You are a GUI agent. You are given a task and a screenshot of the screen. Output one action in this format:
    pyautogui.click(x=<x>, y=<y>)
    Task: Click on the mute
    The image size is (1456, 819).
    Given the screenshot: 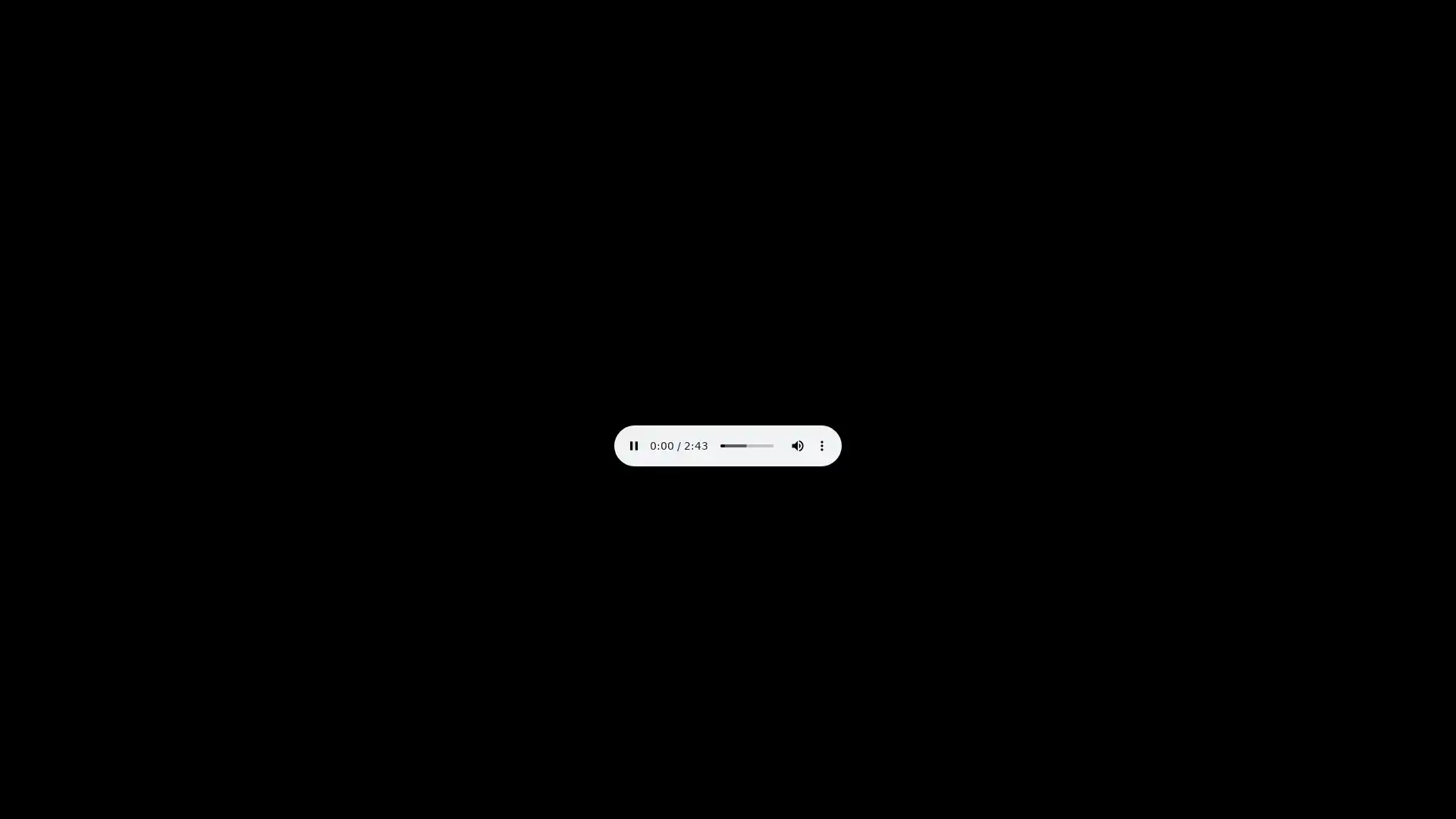 What is the action you would take?
    pyautogui.click(x=796, y=444)
    